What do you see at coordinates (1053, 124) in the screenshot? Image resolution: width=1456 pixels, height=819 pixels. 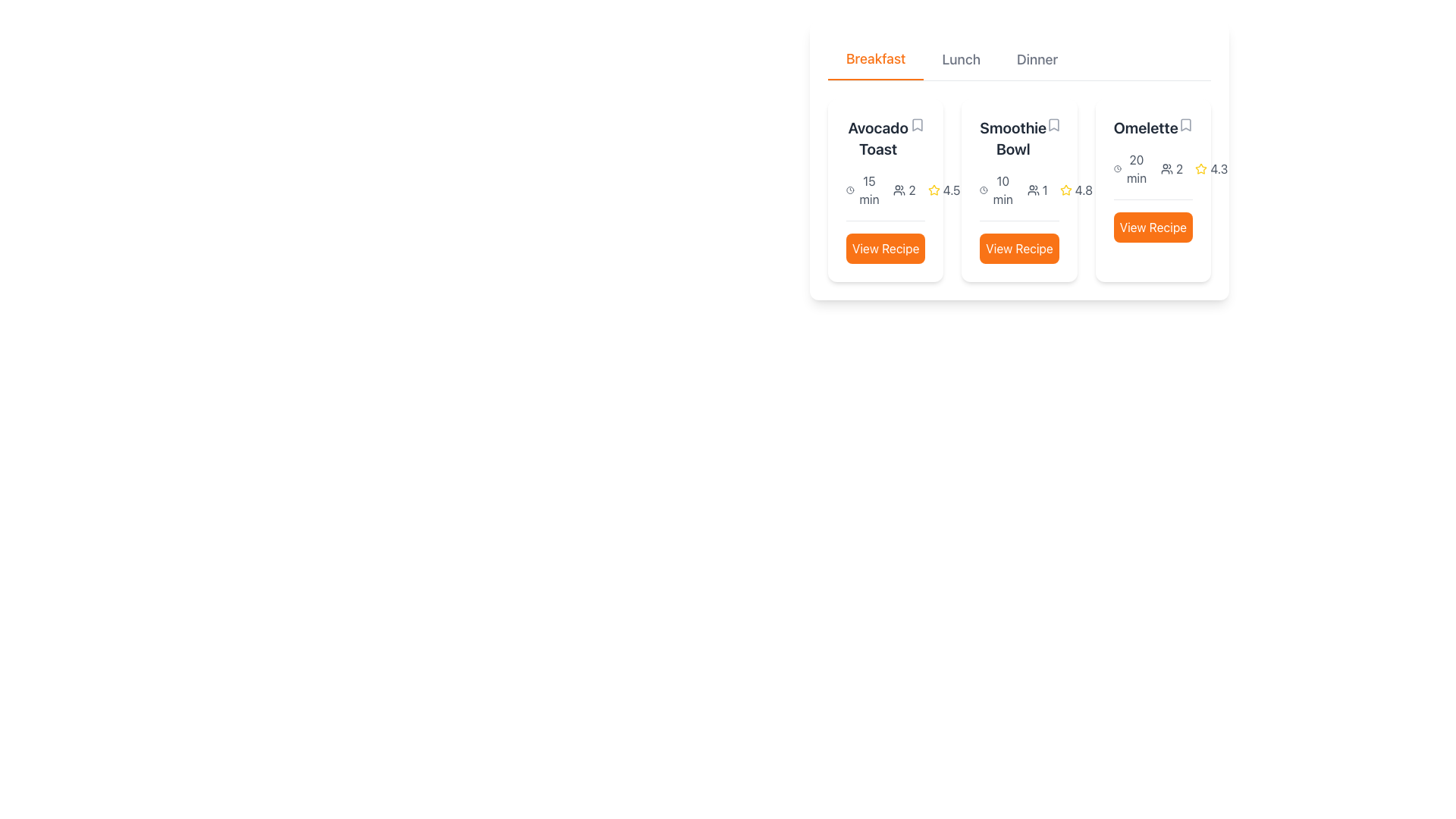 I see `the bookmark icon located at the top-right corner of the 'Smoothie Bowl' card` at bounding box center [1053, 124].